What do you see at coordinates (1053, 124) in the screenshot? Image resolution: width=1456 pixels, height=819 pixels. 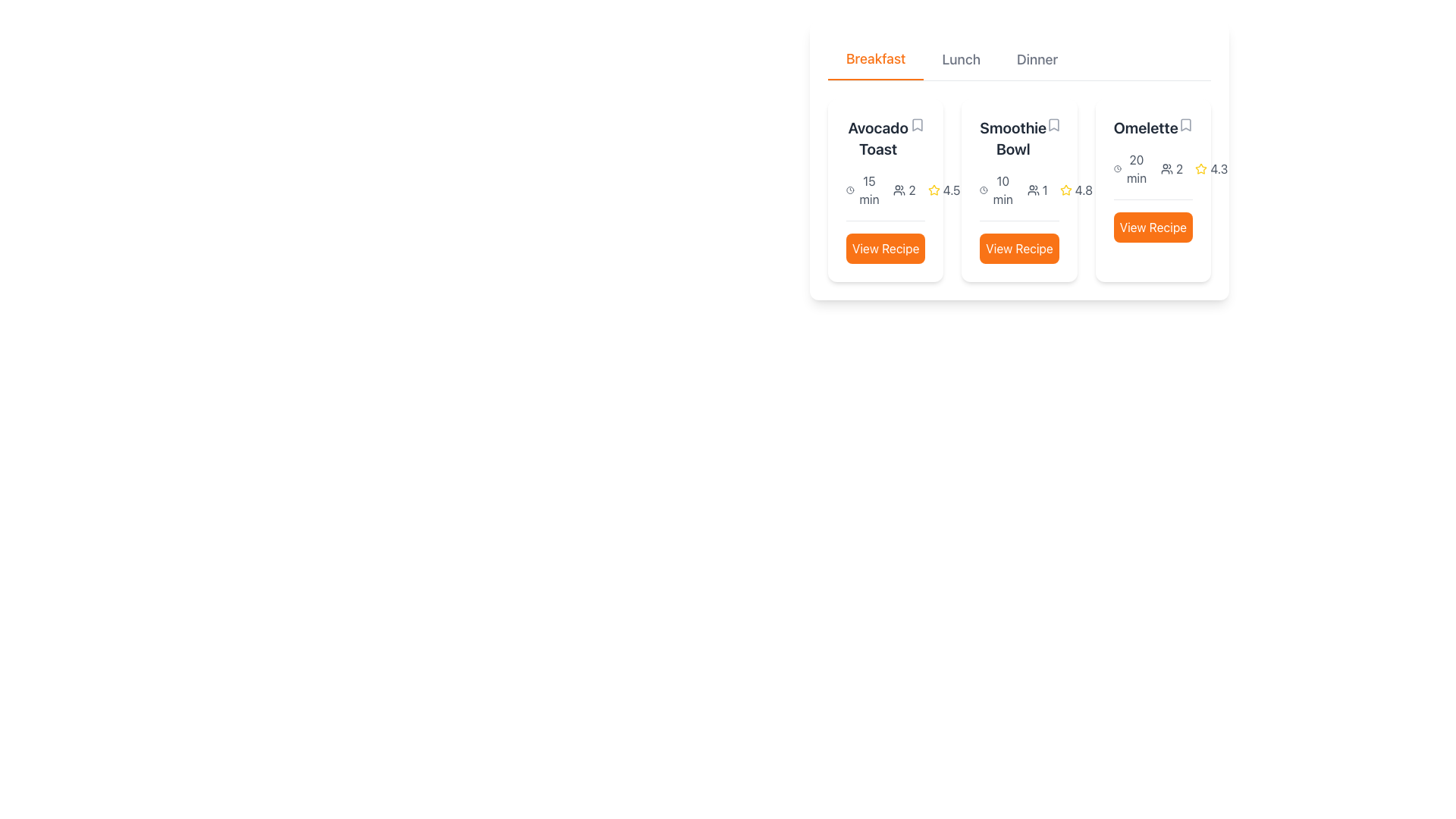 I see `the bookmark icon located at the top-right corner of the 'Smoothie Bowl' card` at bounding box center [1053, 124].